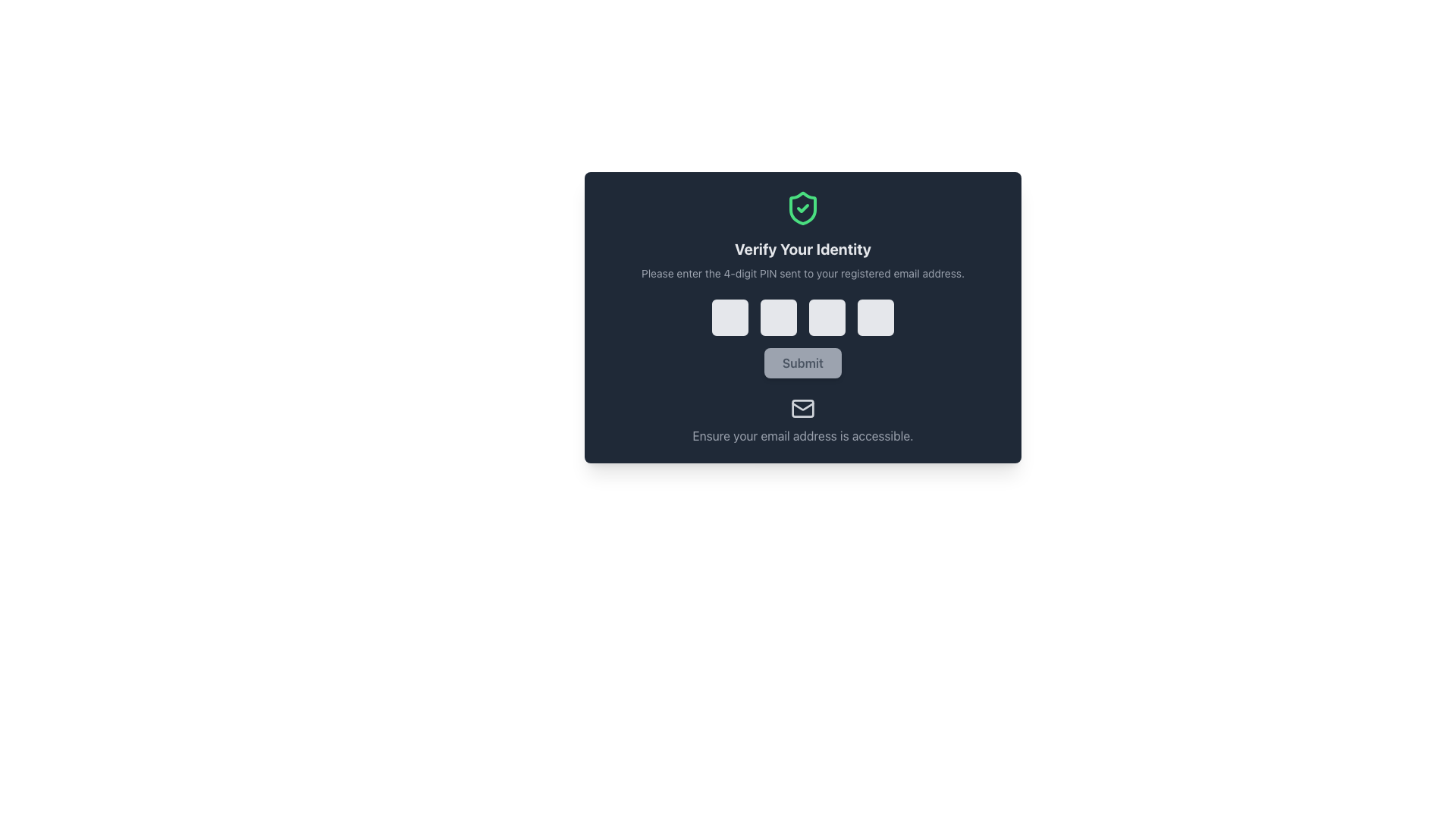  What do you see at coordinates (802, 208) in the screenshot?
I see `the secure identity confirmation icon located above the 'Verify Your Identity' title text and centrally aligned with the input fields` at bounding box center [802, 208].